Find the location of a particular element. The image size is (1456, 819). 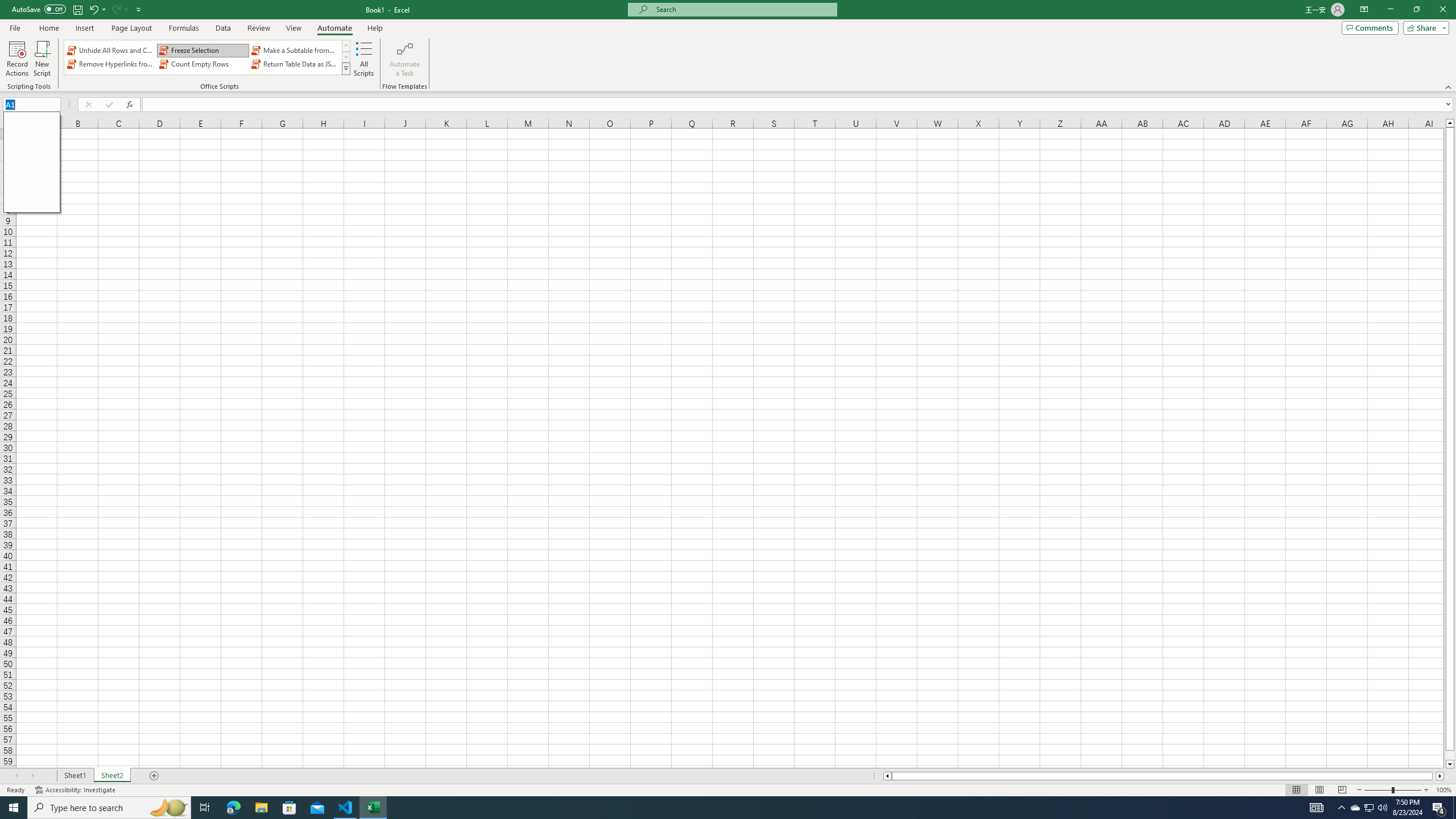

'Accessibility Checker Accessibility: Investigate' is located at coordinates (76, 790).